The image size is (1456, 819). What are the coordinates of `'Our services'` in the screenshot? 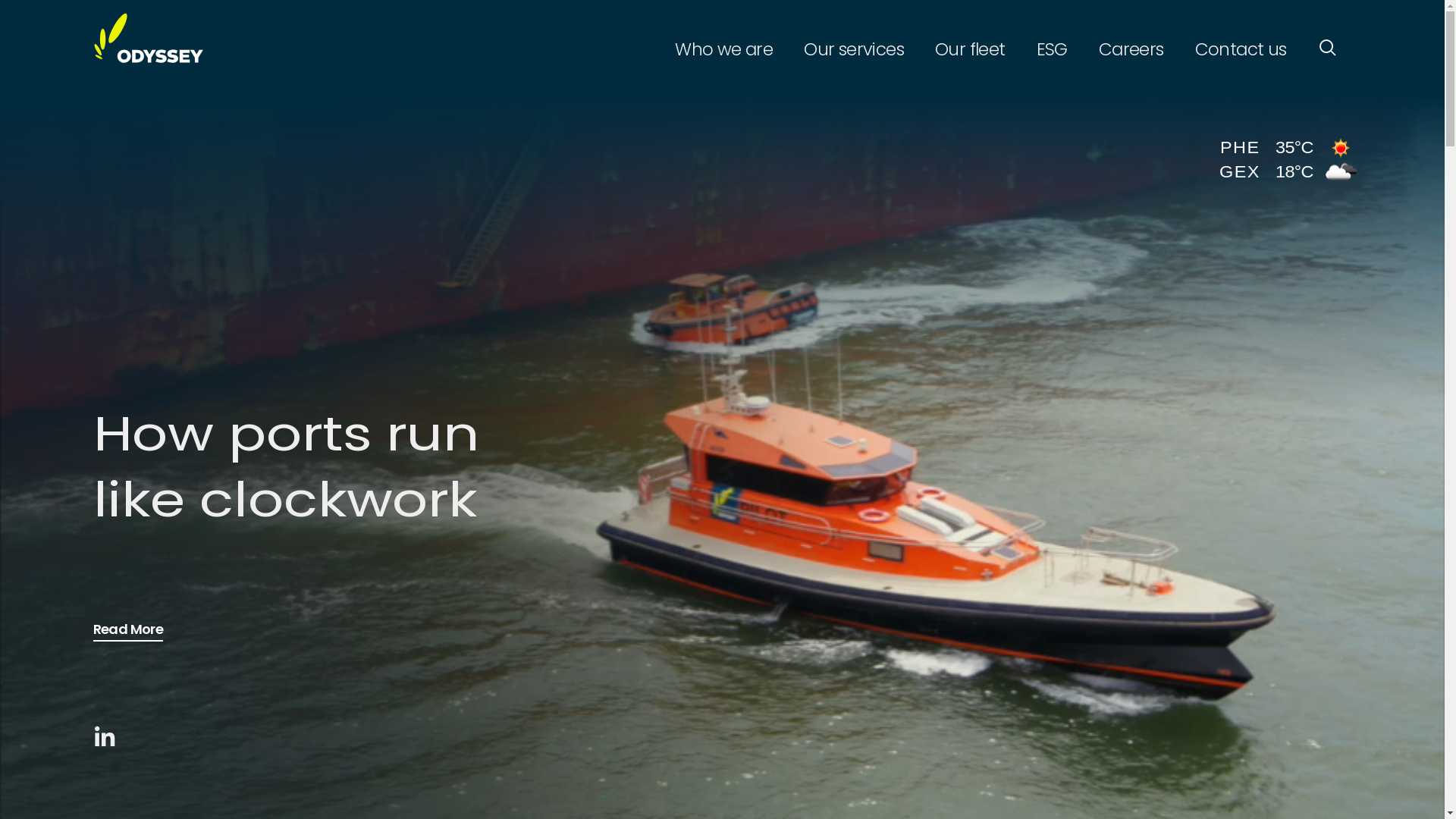 It's located at (792, 49).